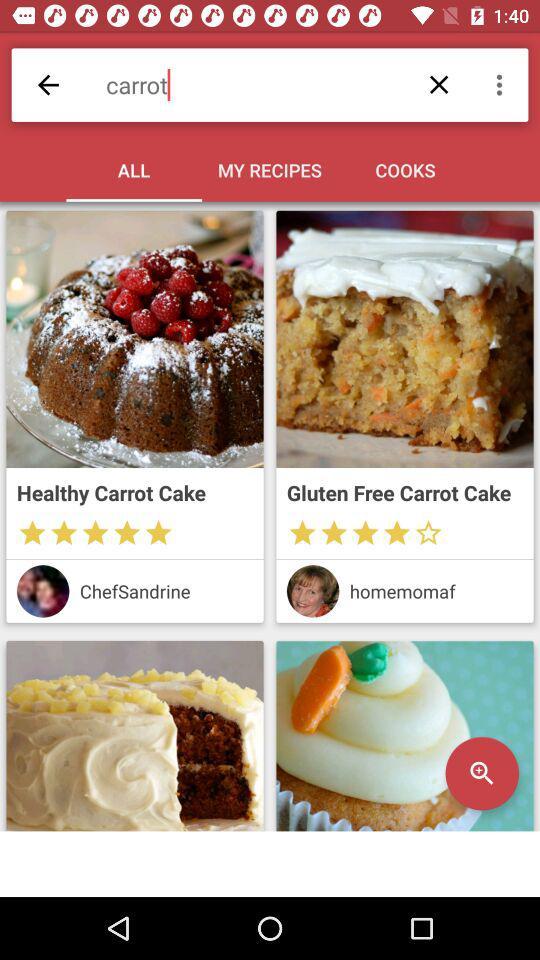 The image size is (540, 960). I want to click on the gluten free carrot item, so click(405, 491).